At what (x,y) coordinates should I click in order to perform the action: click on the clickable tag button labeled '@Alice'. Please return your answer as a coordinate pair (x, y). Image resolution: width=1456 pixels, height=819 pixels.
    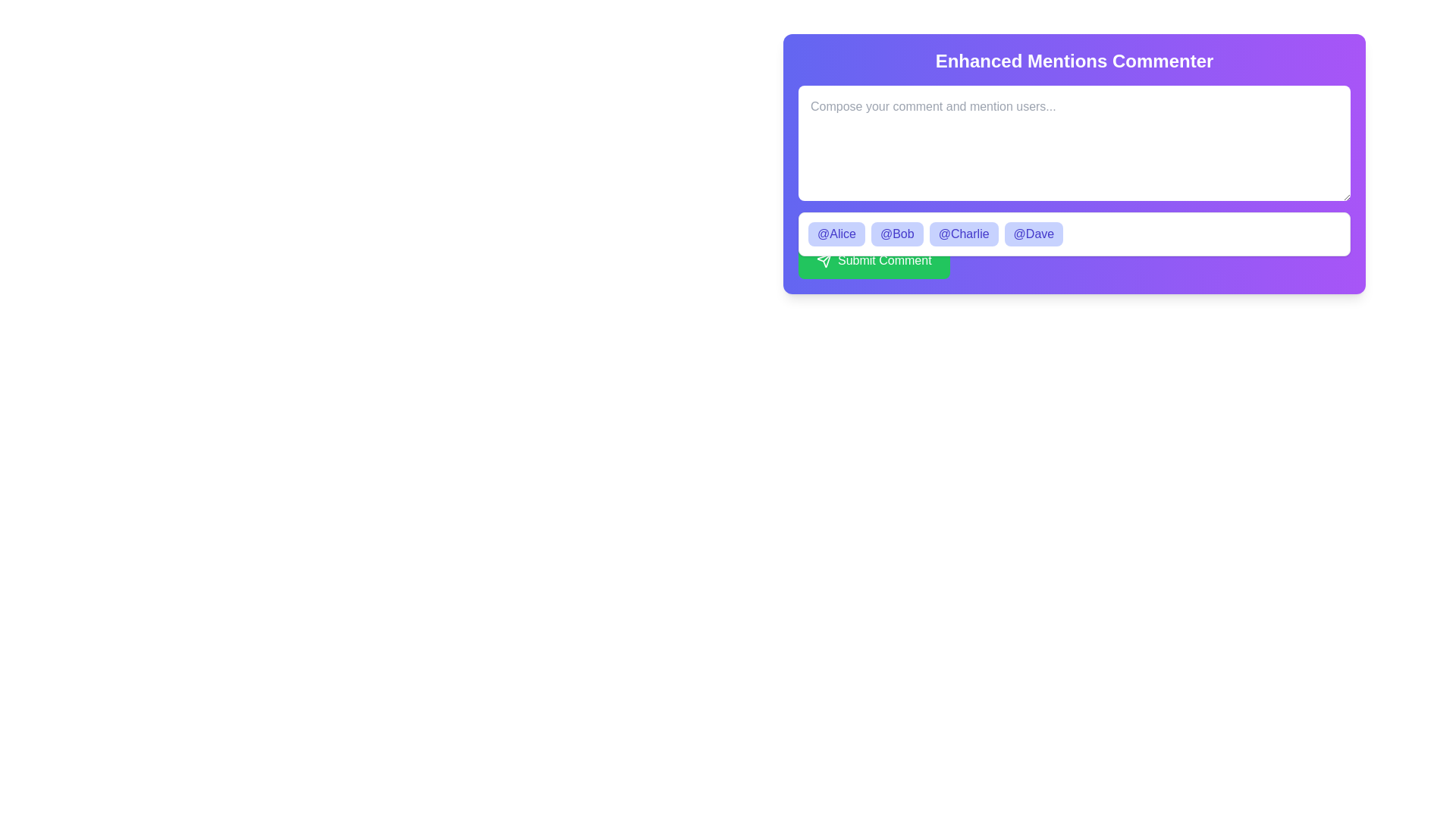
    Looking at the image, I should click on (836, 234).